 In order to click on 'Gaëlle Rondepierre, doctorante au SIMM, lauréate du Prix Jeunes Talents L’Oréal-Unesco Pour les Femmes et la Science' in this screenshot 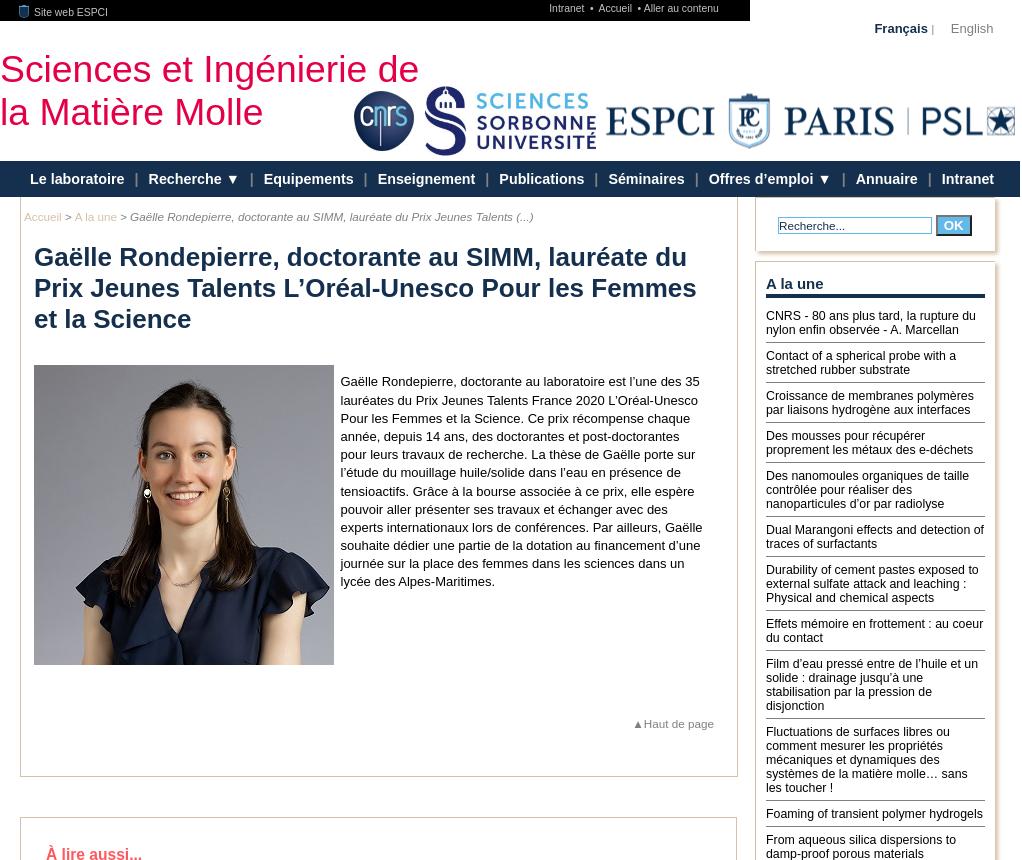, I will do `click(364, 287)`.